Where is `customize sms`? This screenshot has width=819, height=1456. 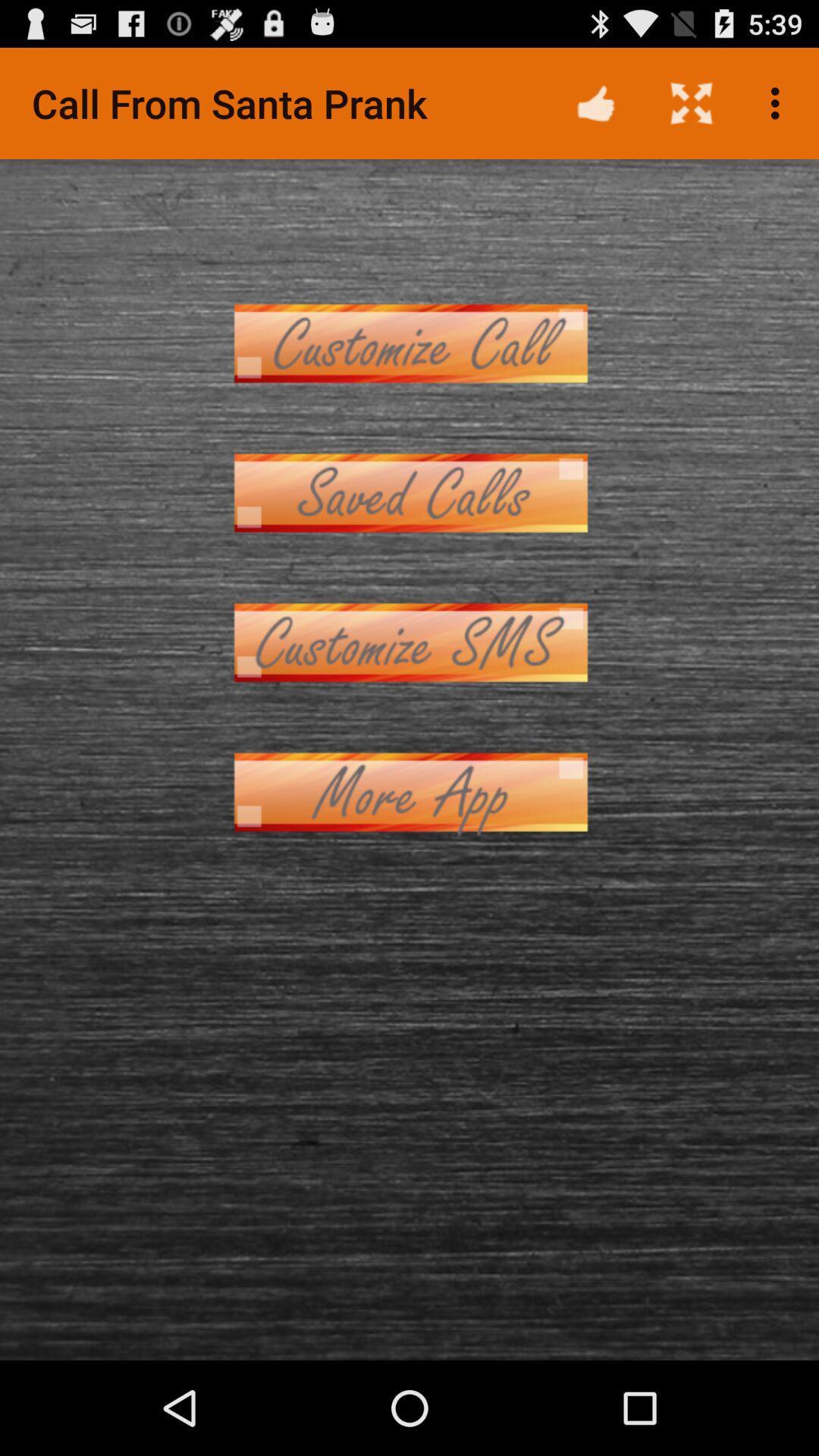
customize sms is located at coordinates (409, 642).